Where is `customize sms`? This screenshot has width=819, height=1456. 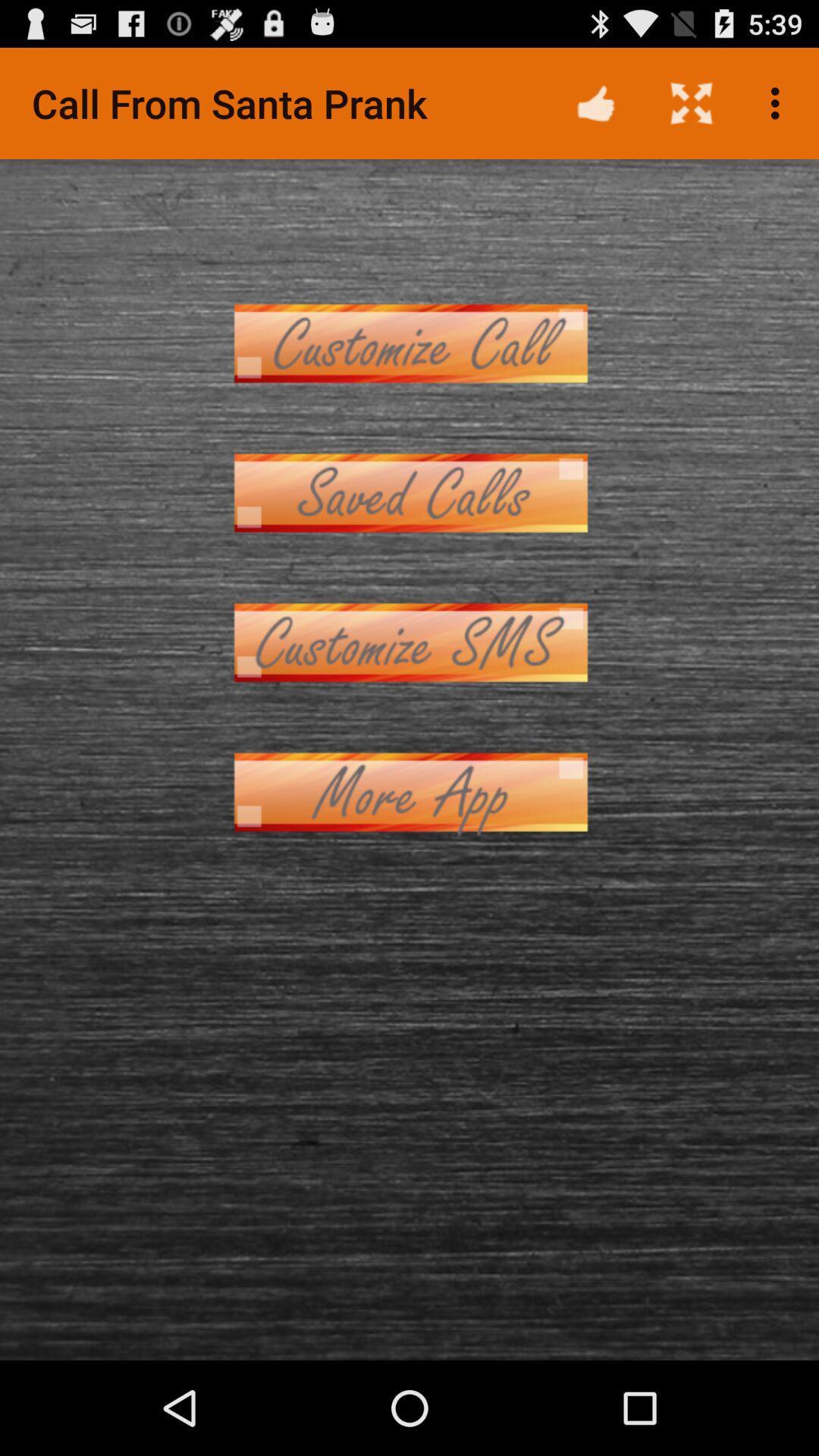
customize sms is located at coordinates (409, 642).